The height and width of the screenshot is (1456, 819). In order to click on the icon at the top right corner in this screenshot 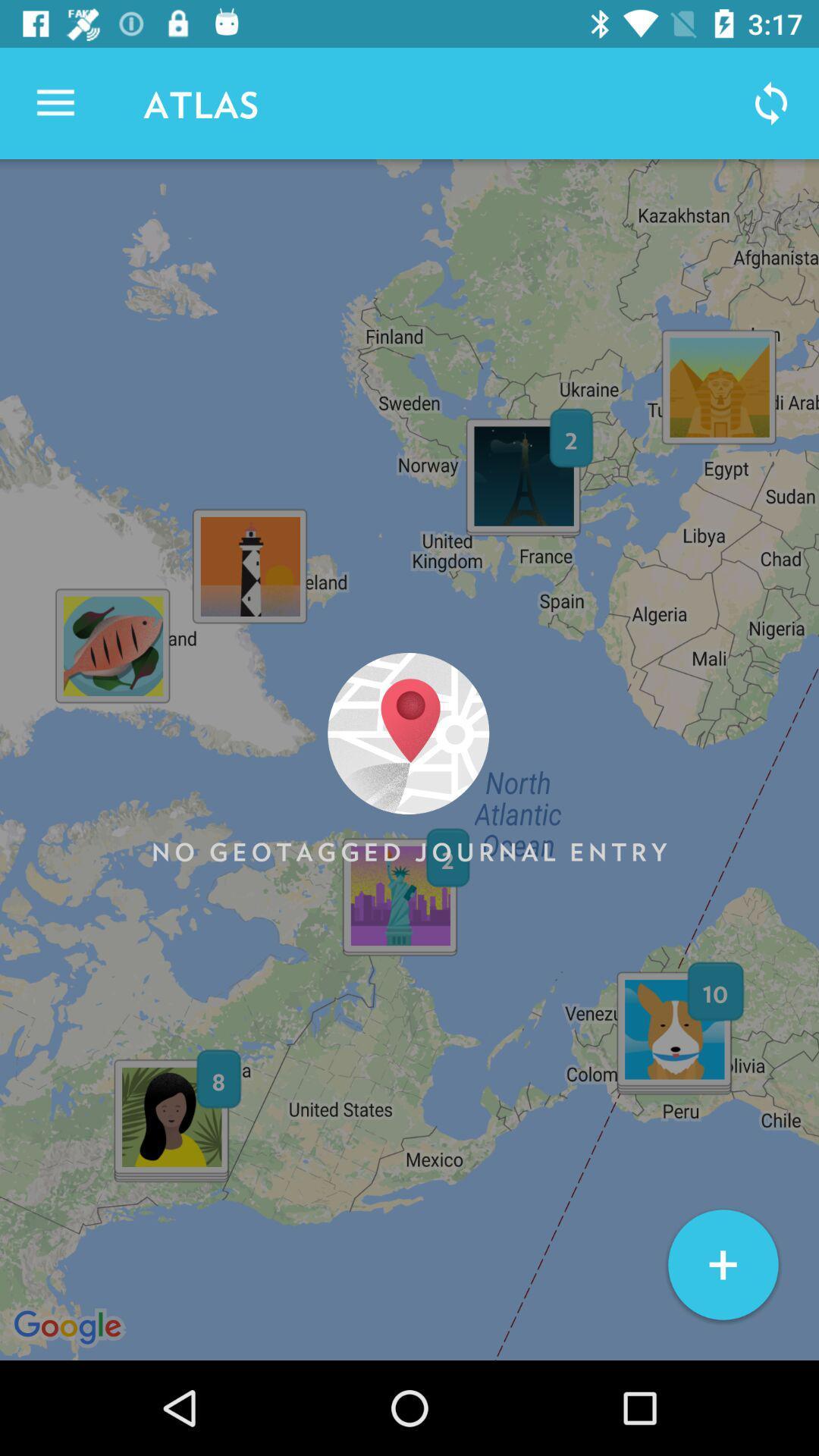, I will do `click(771, 102)`.